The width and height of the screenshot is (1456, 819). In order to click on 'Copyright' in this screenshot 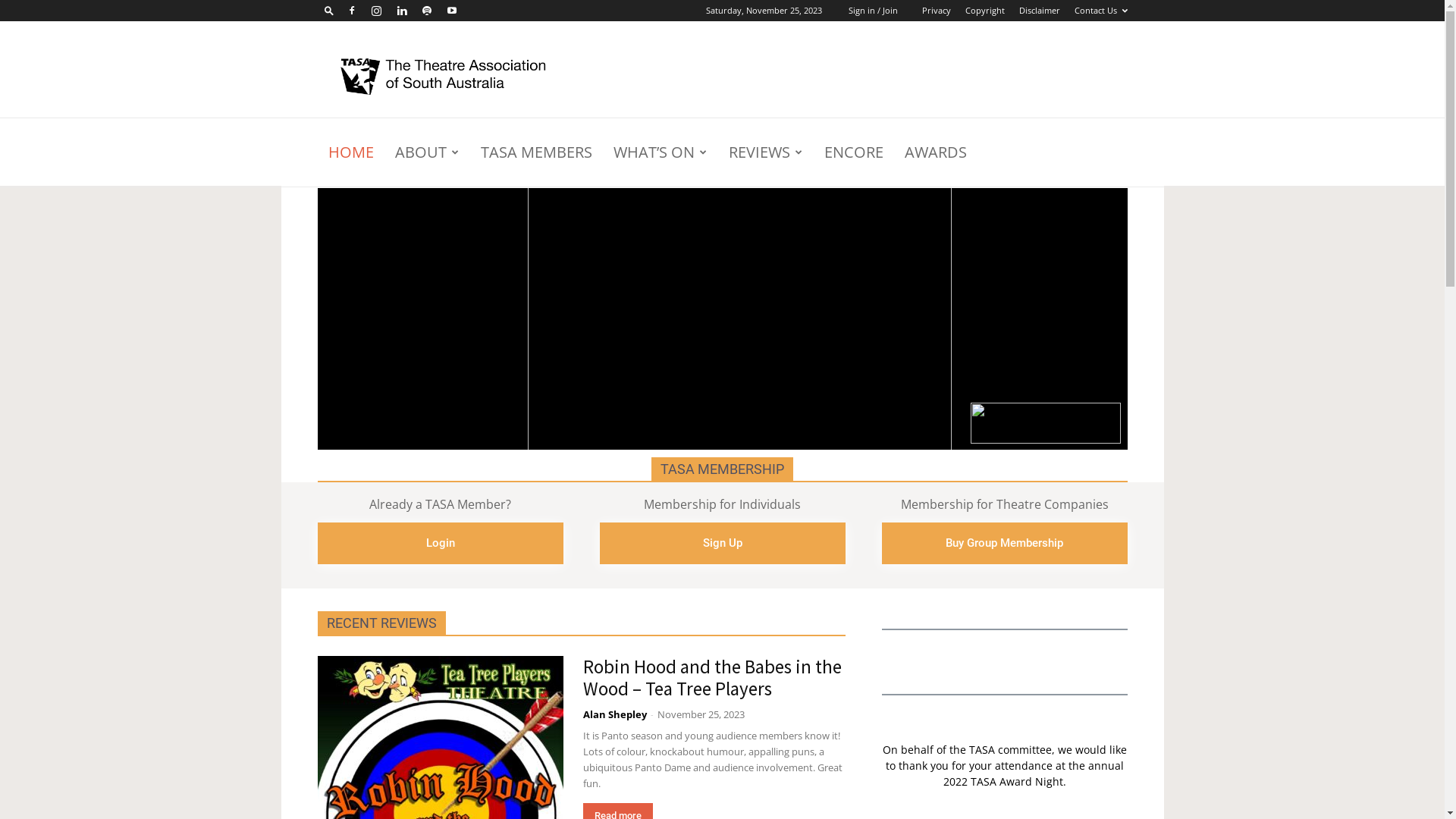, I will do `click(984, 10)`.